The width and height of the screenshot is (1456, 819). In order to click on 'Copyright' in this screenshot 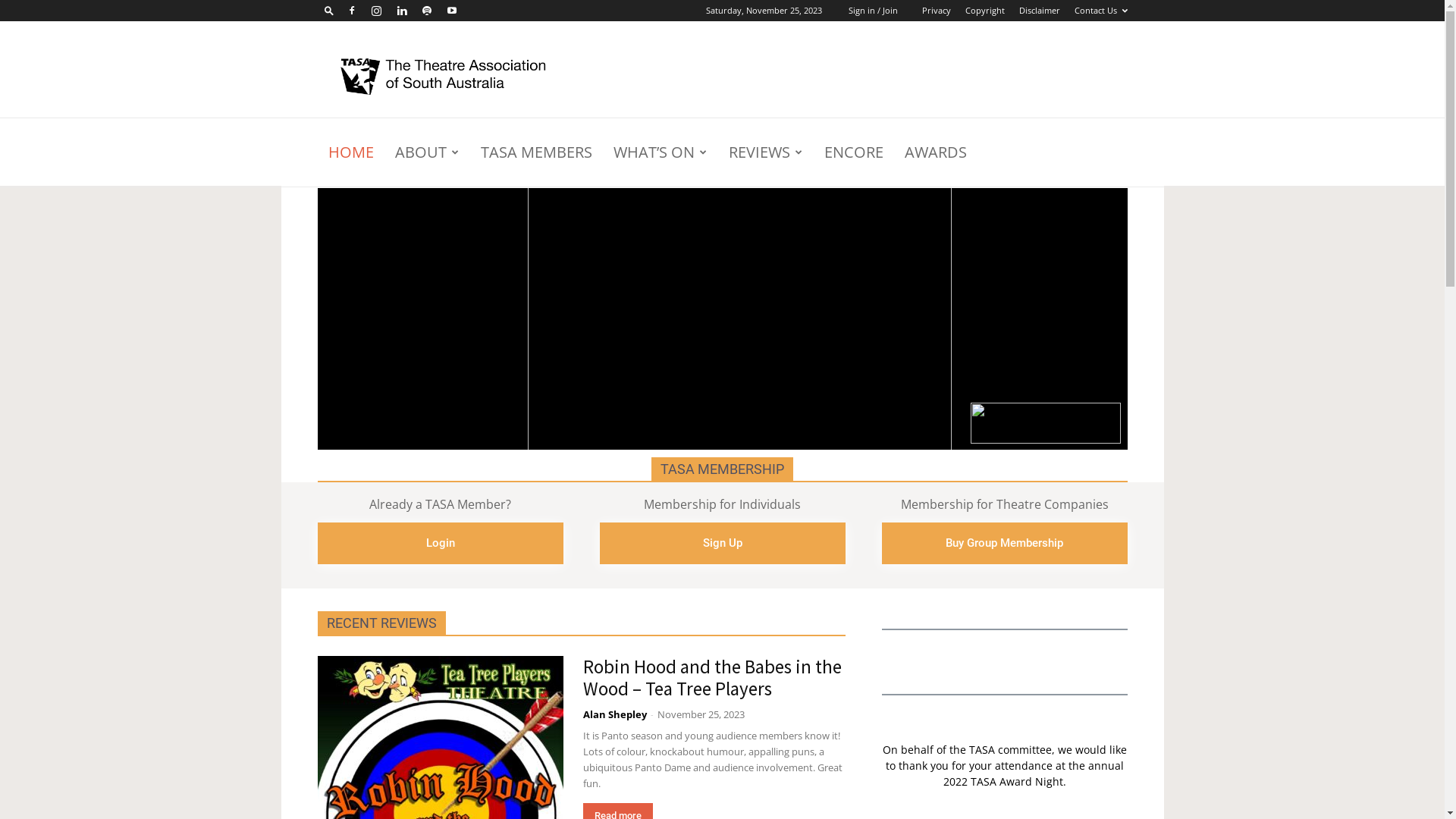, I will do `click(984, 10)`.